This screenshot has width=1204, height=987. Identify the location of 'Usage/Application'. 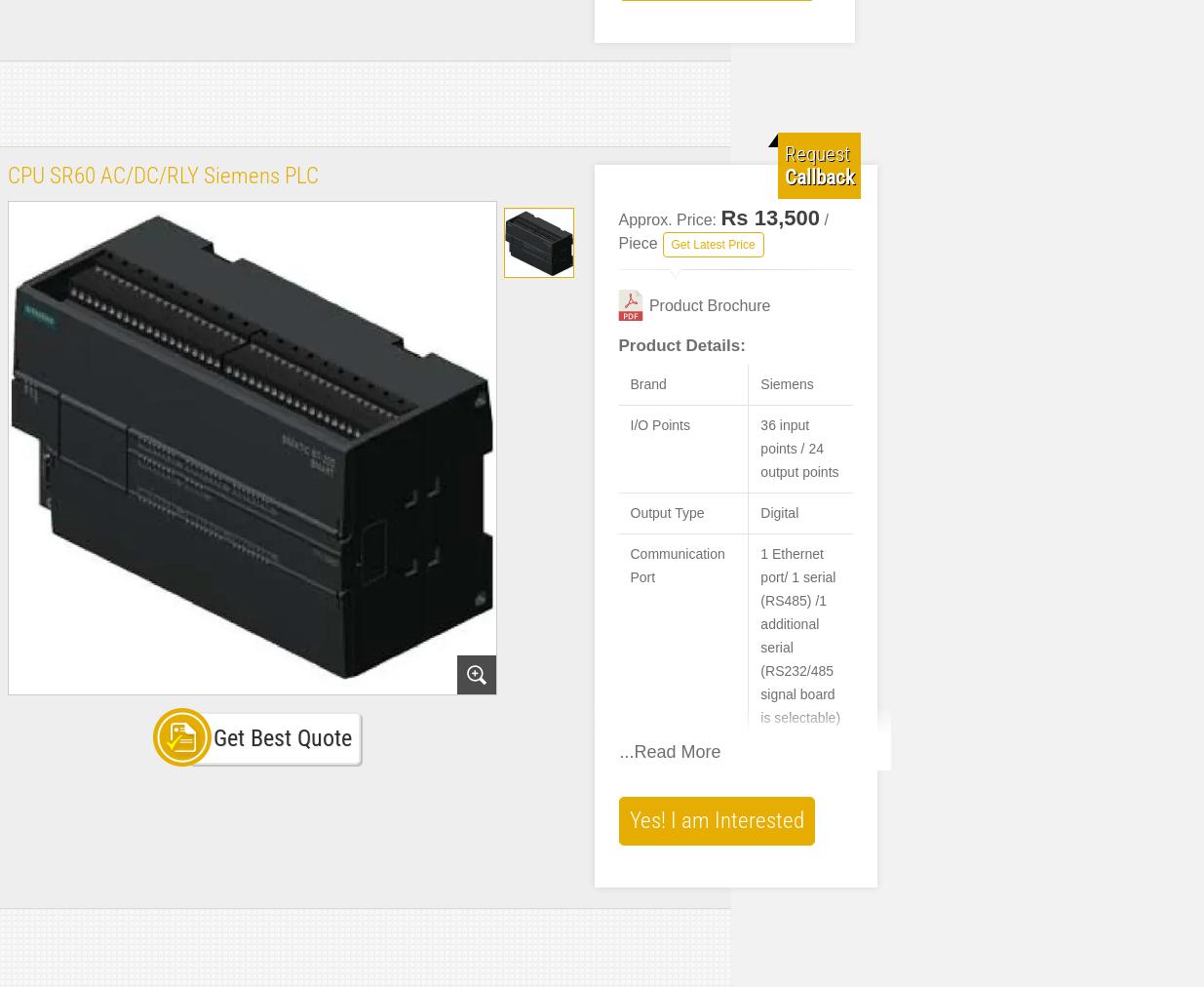
(684, 758).